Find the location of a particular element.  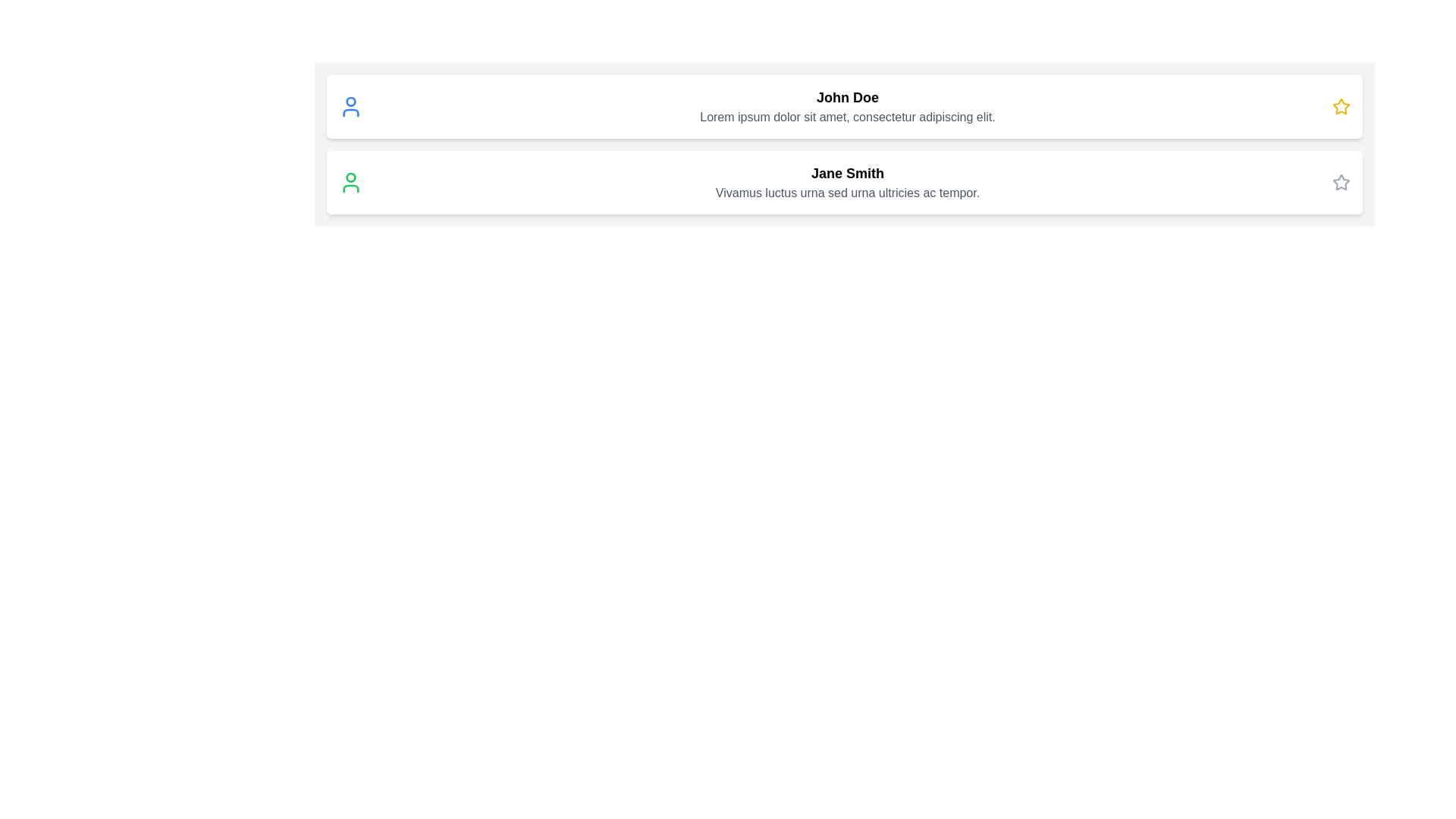

the static text displaying 'Lorem ipsum dolor sit amet, consectetur adipiscing elit.' which is located beneath the name 'John Doe' in a card-like layout is located at coordinates (847, 116).